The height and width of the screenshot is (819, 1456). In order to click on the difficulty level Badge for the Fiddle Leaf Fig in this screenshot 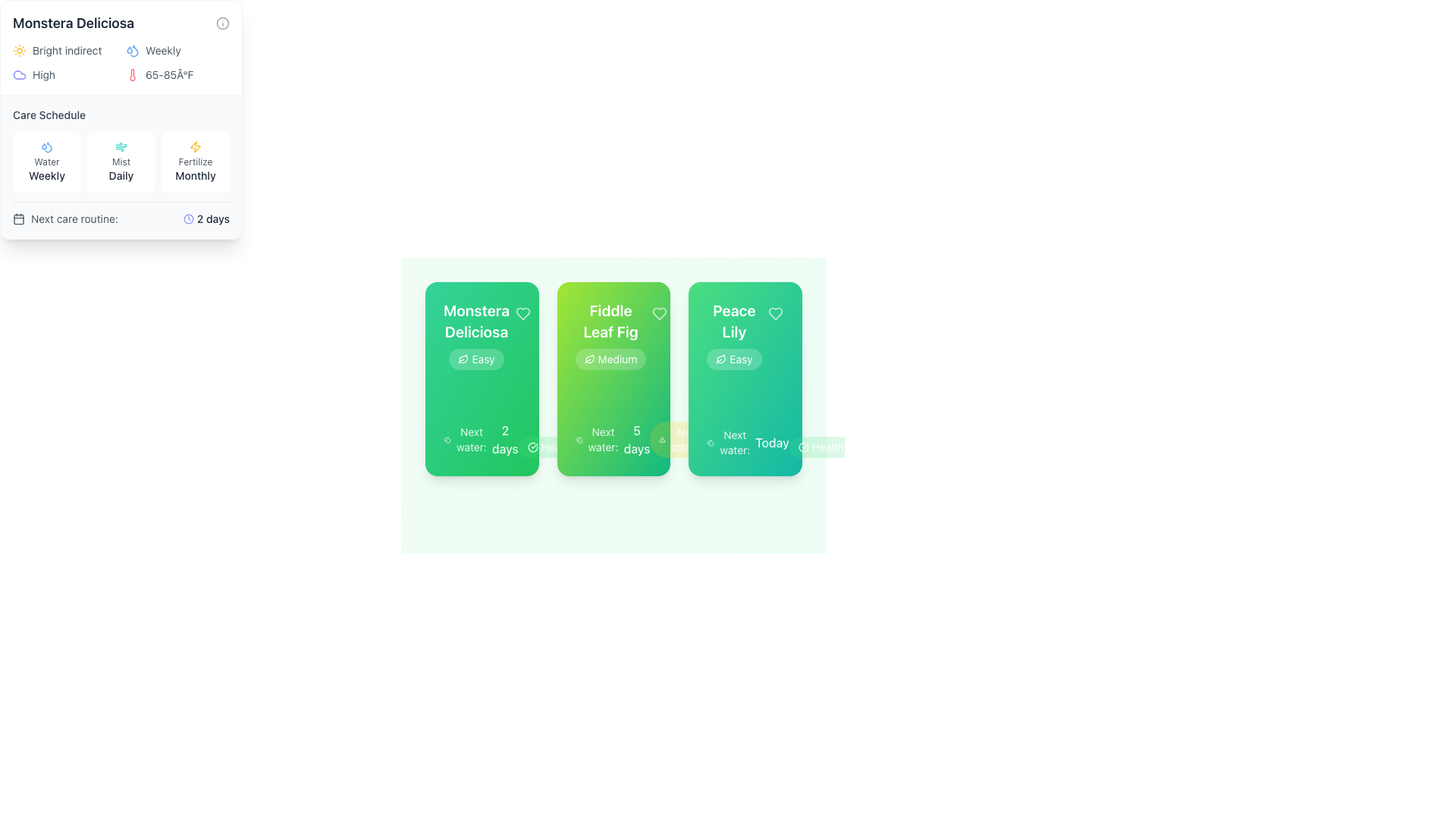, I will do `click(610, 359)`.